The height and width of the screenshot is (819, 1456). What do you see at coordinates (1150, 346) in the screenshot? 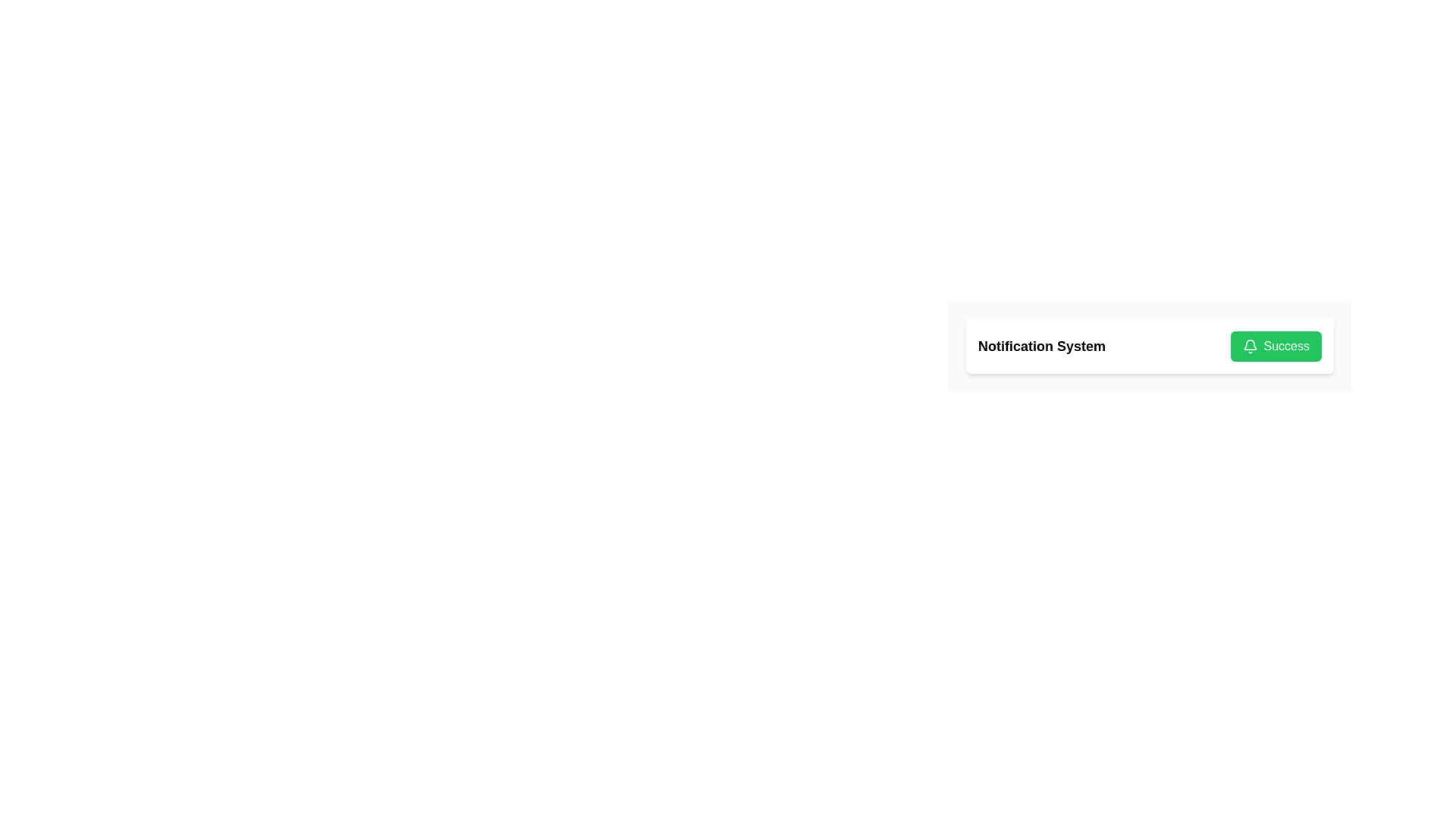
I see `icon in the notification bar labeled 'Notification System' with a 'Success' label on the right side` at bounding box center [1150, 346].